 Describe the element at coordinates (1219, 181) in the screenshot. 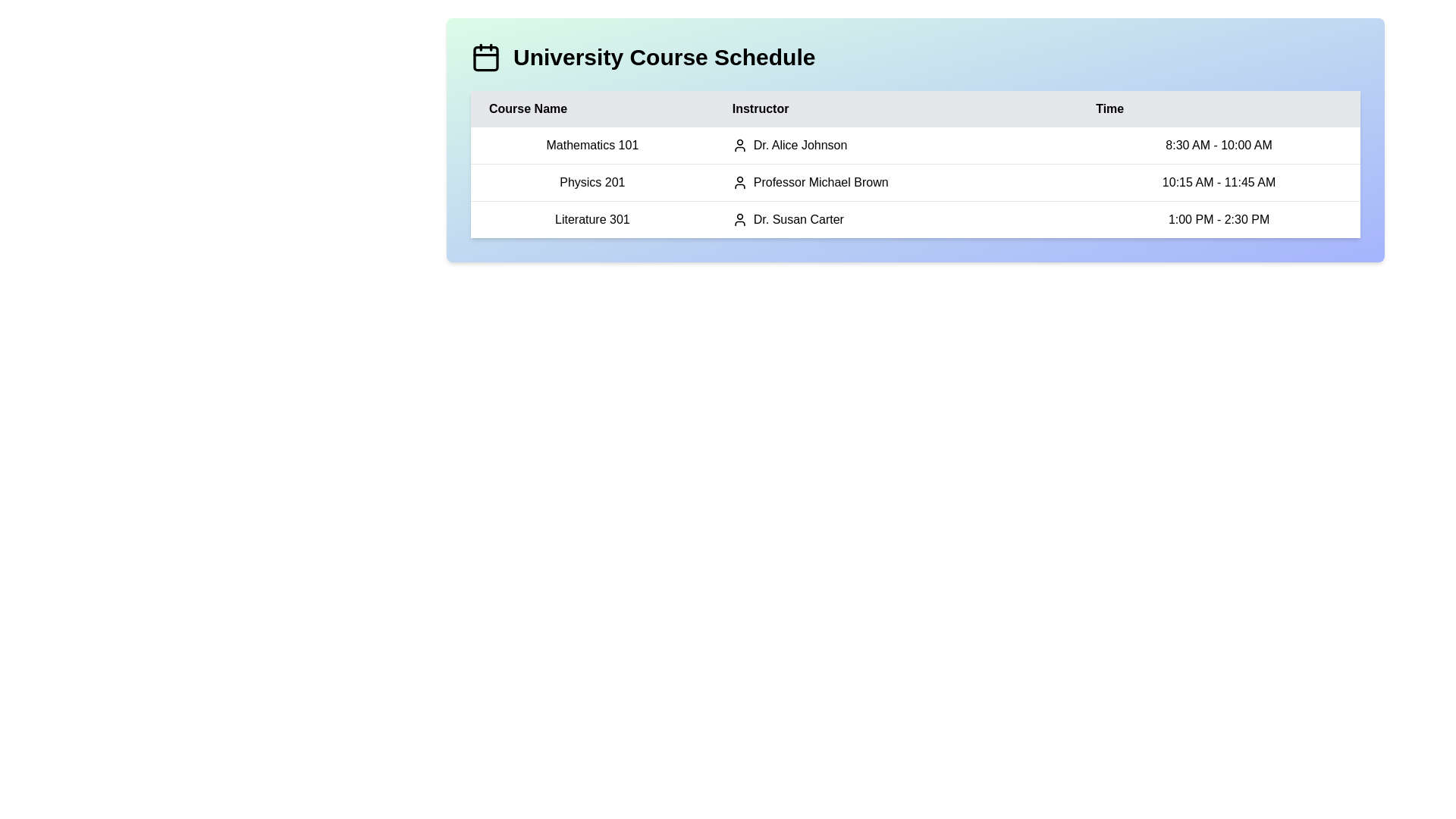

I see `the text display showing '10:15 AM - 11:45 AM' in the 'Time' column of the second row in the 'University Course Schedule' table, corresponding to the 'Physics 201' course` at that location.